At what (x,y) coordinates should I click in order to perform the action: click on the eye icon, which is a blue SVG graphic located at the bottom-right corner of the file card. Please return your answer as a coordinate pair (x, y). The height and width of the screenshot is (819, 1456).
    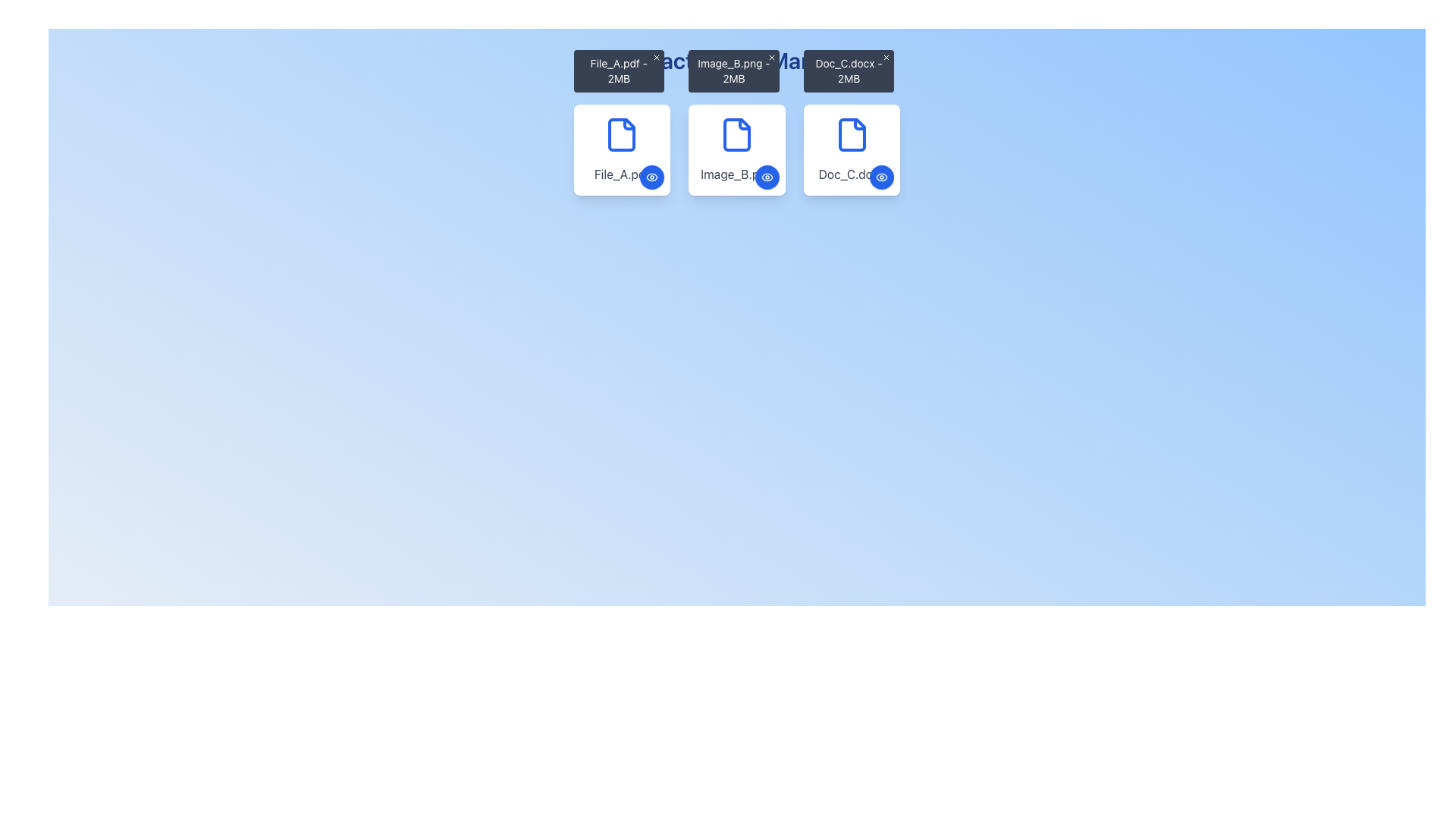
    Looking at the image, I should click on (652, 177).